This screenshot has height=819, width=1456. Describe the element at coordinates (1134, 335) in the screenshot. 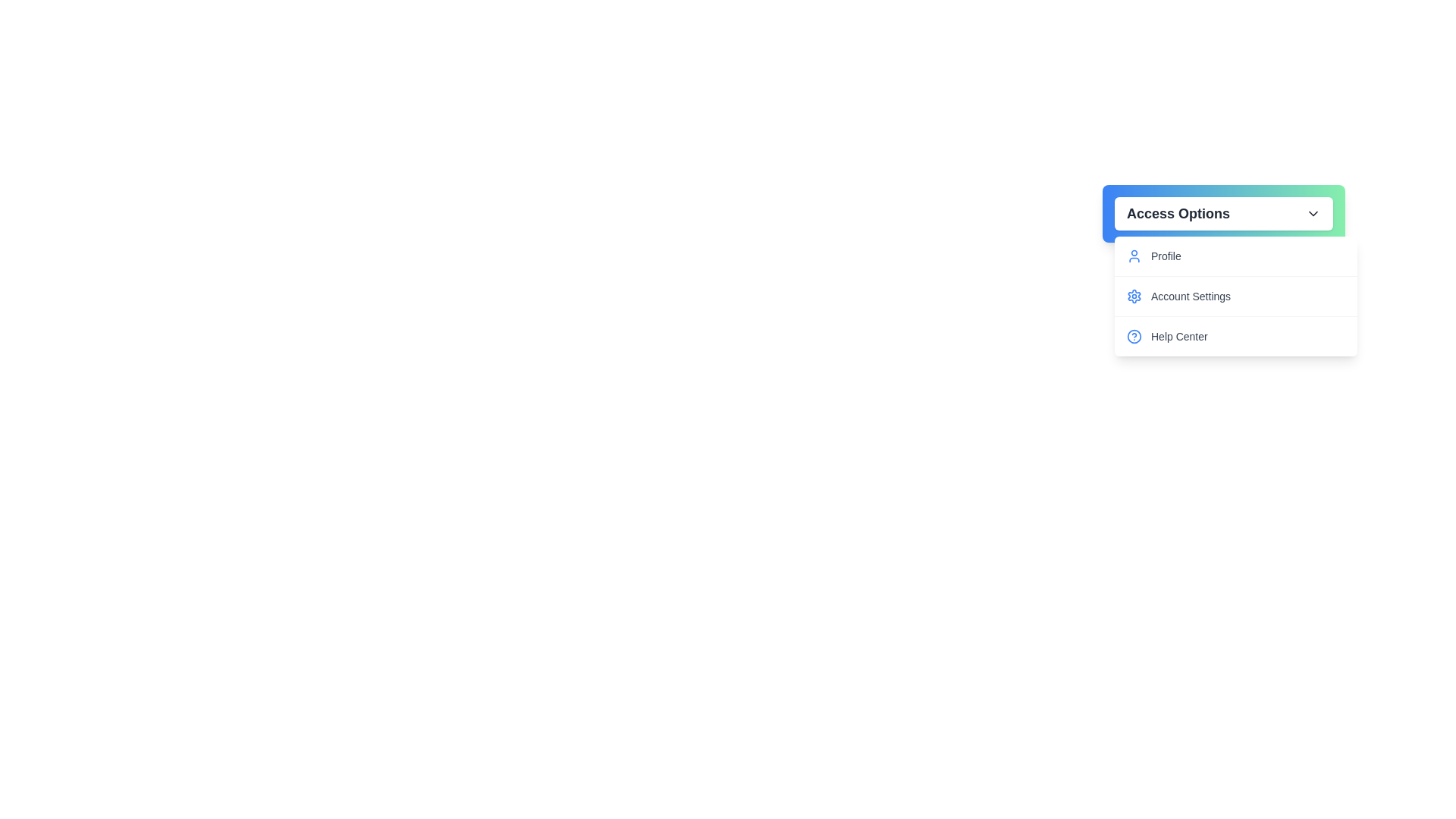

I see `the circular icon element with a blue border that resembles a help or information symbol, located adjacent to 'Profile' and 'Account Settings' in the options drop-down menu` at that location.